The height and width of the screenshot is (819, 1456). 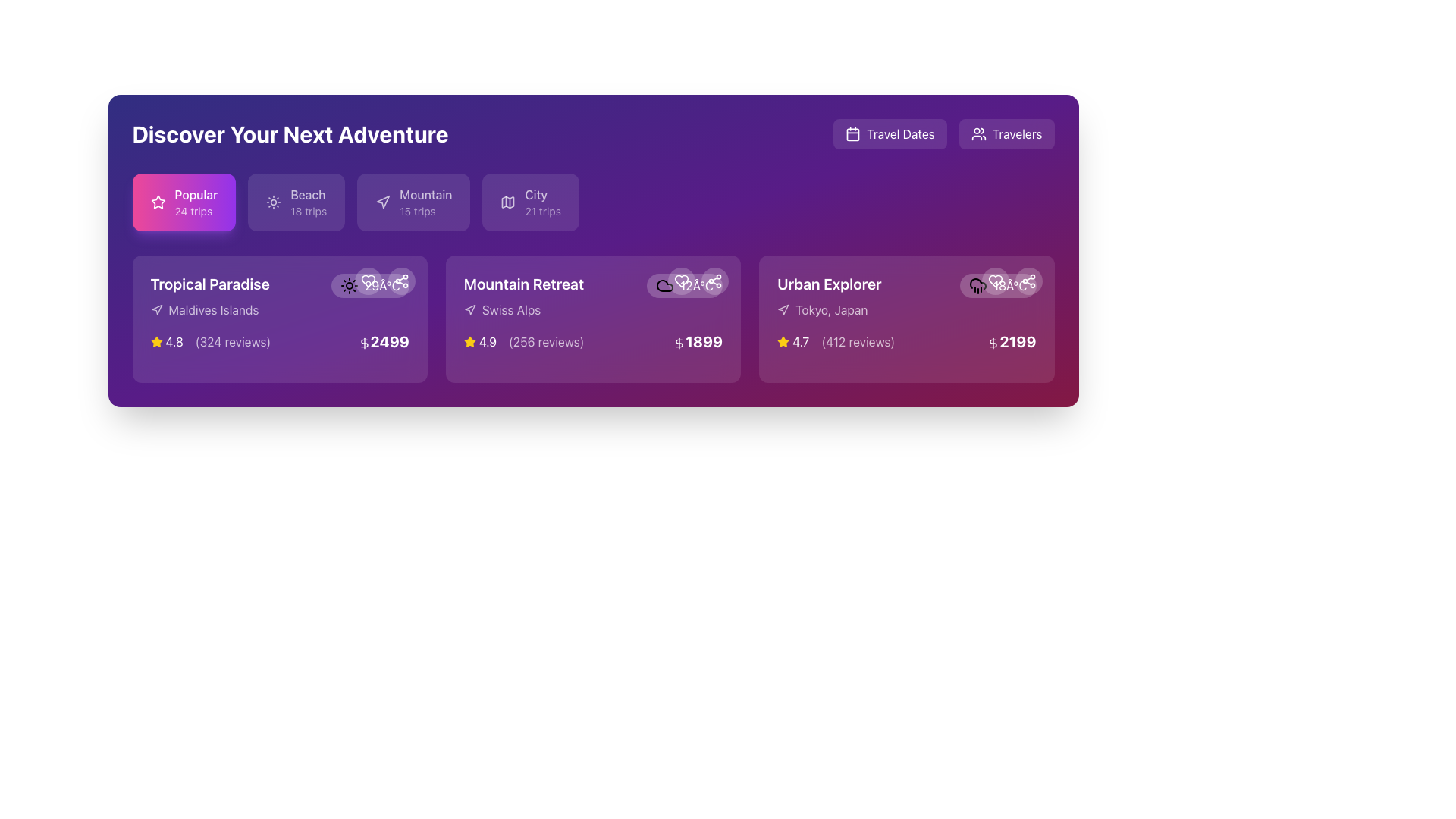 I want to click on the Navigation/location icon representing the location for the 'Urban Explorer' trip, positioned to the left of 'Tokyo, Japan' in the third card of the displayed options, so click(x=783, y=309).